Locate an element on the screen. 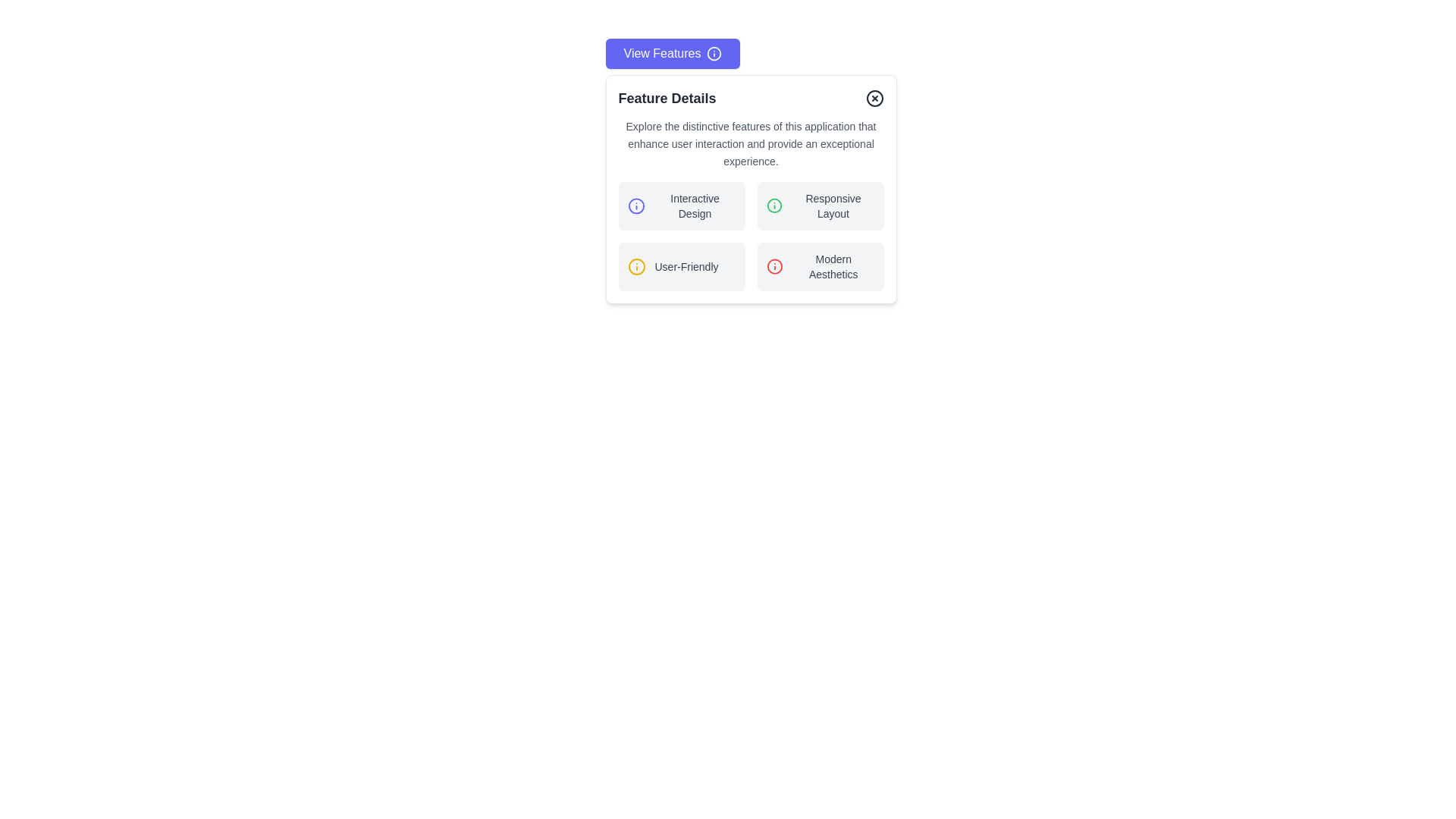  the close icon button, which is a circular outline containing an 'X' symbol, located in the top-right corner of the 'Feature Details' section is located at coordinates (874, 99).